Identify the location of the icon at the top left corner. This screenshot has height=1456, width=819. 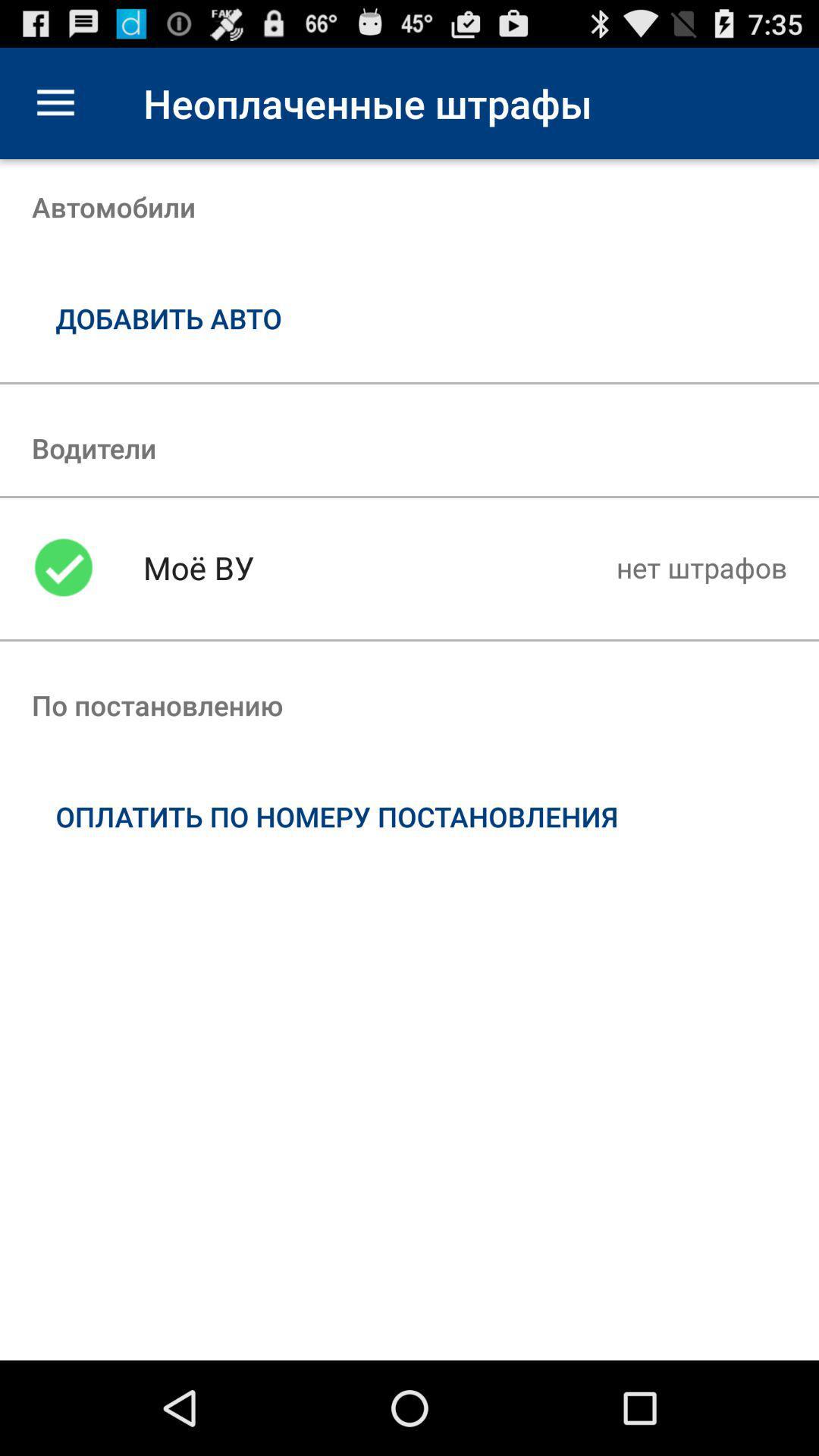
(55, 102).